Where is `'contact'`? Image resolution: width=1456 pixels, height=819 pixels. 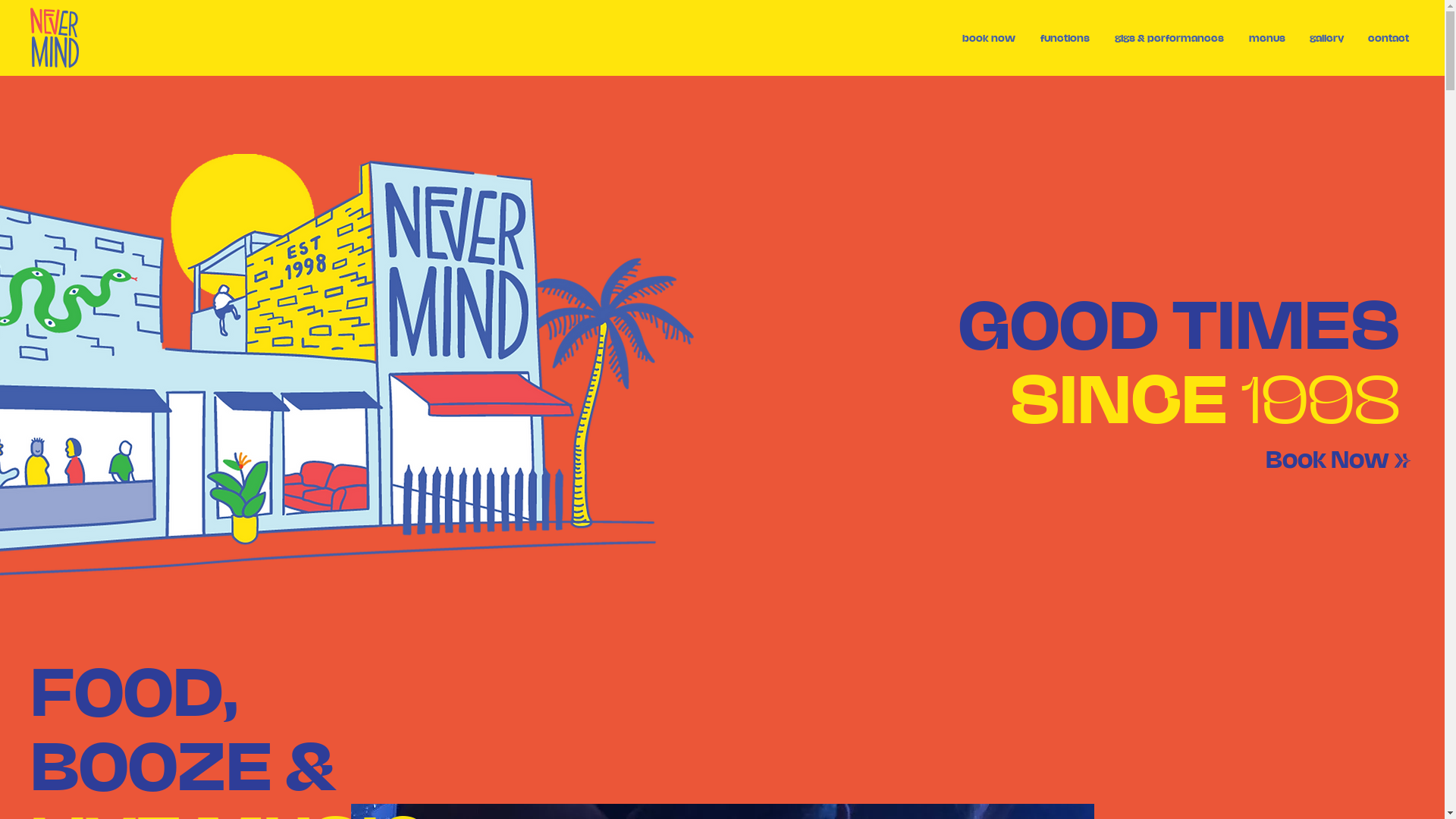 'contact' is located at coordinates (1388, 36).